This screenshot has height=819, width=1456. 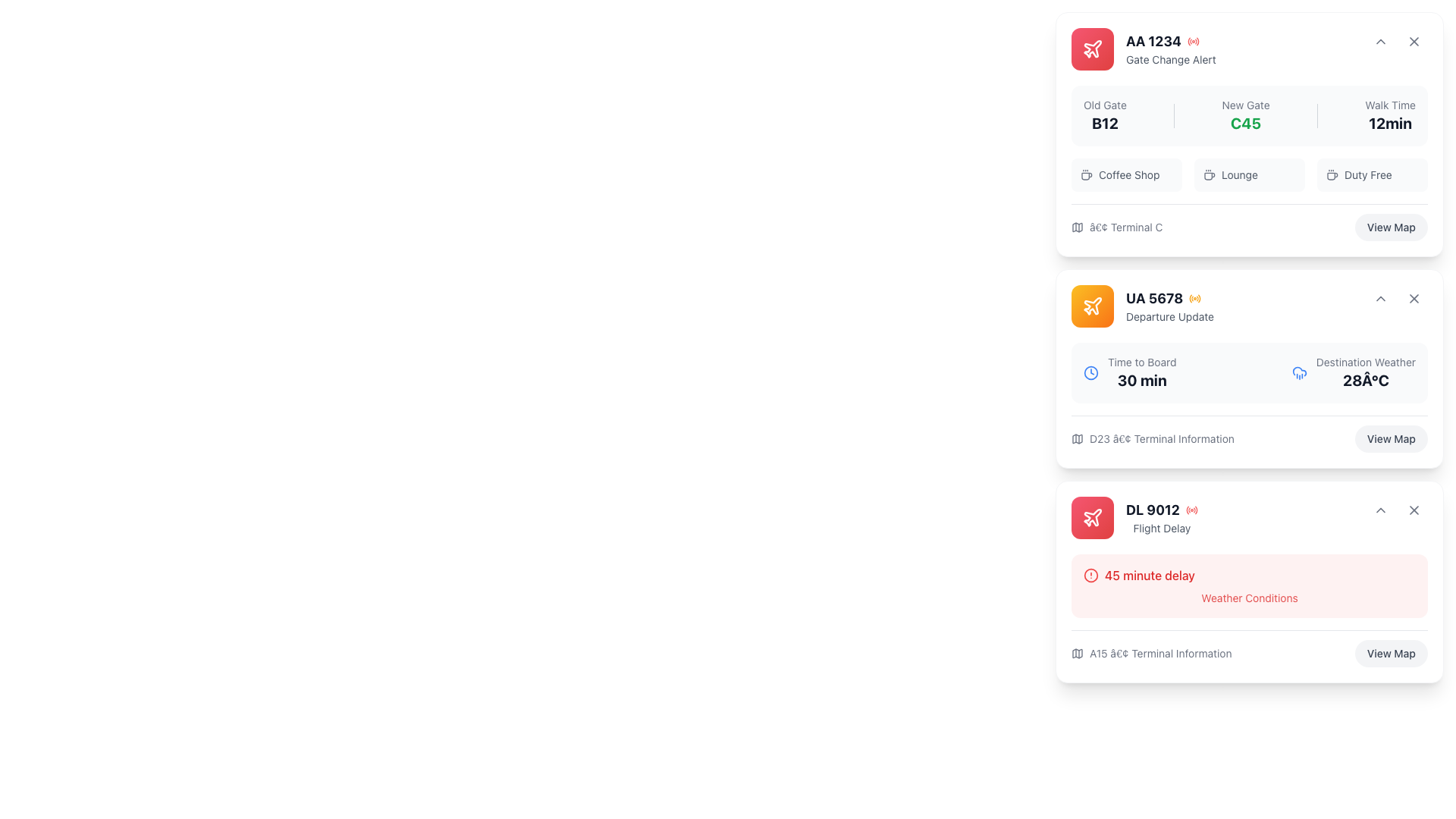 What do you see at coordinates (1161, 528) in the screenshot?
I see `the text label indicating 'Flight Delay' located in the card section of the 'DL 9012' flight information area, positioned below the bold 'DL 9012' label` at bounding box center [1161, 528].